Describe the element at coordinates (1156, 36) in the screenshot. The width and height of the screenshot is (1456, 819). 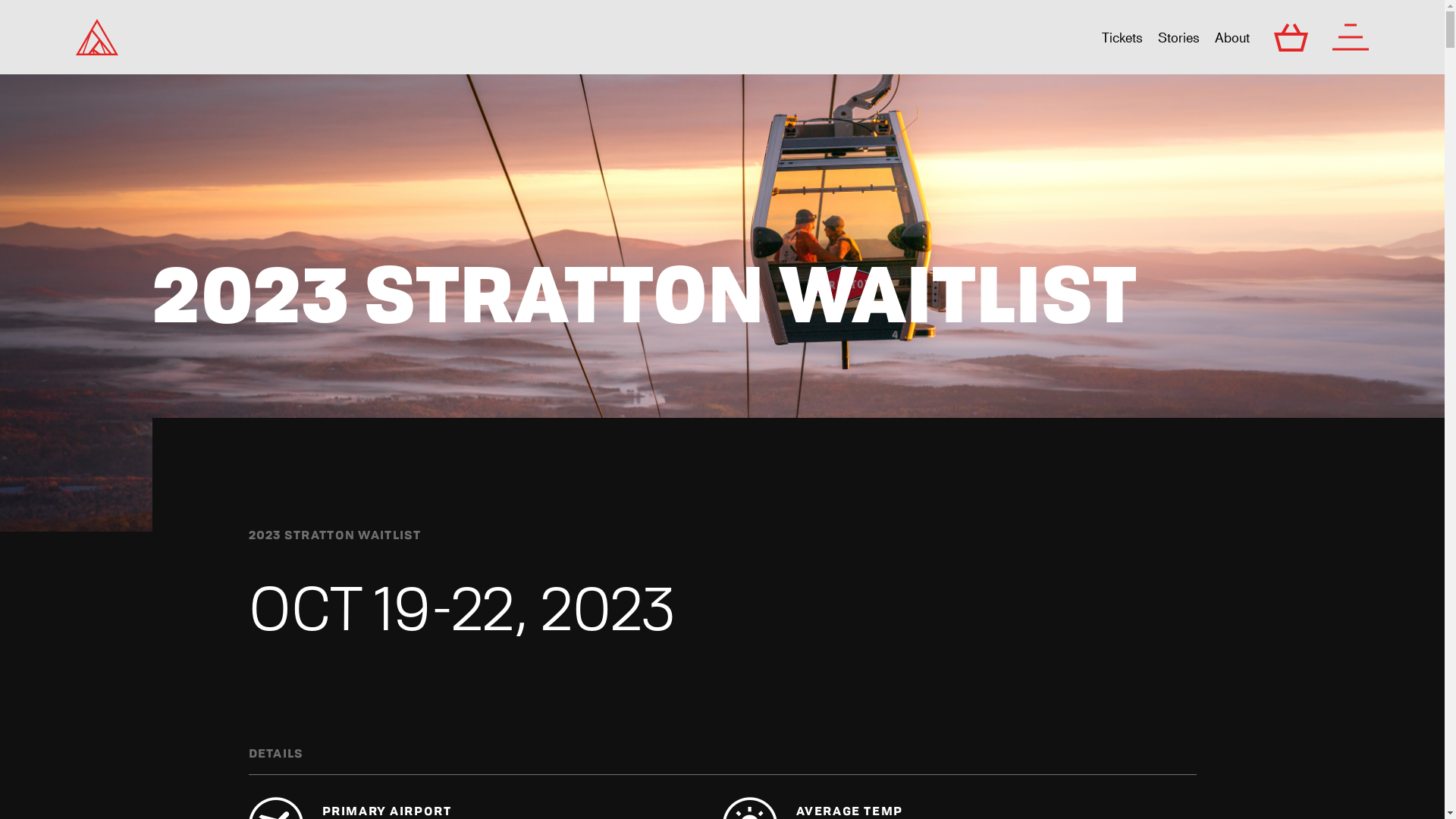
I see `'Stories'` at that location.